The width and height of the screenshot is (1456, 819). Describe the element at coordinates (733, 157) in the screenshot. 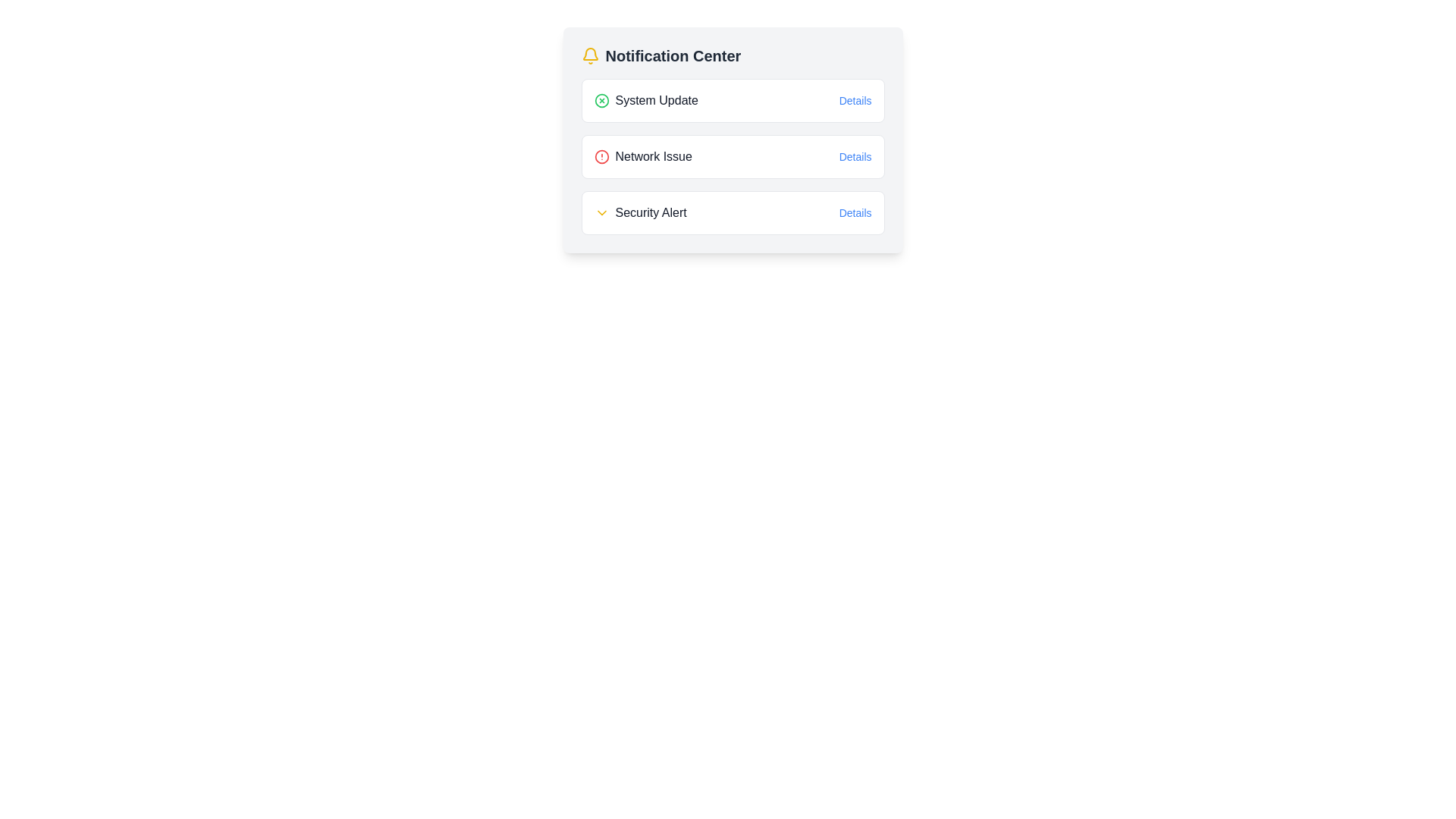

I see `the interactive notification item displaying a 'Network Issue' with an actionable link labeled 'Details' in the Notification Center` at that location.